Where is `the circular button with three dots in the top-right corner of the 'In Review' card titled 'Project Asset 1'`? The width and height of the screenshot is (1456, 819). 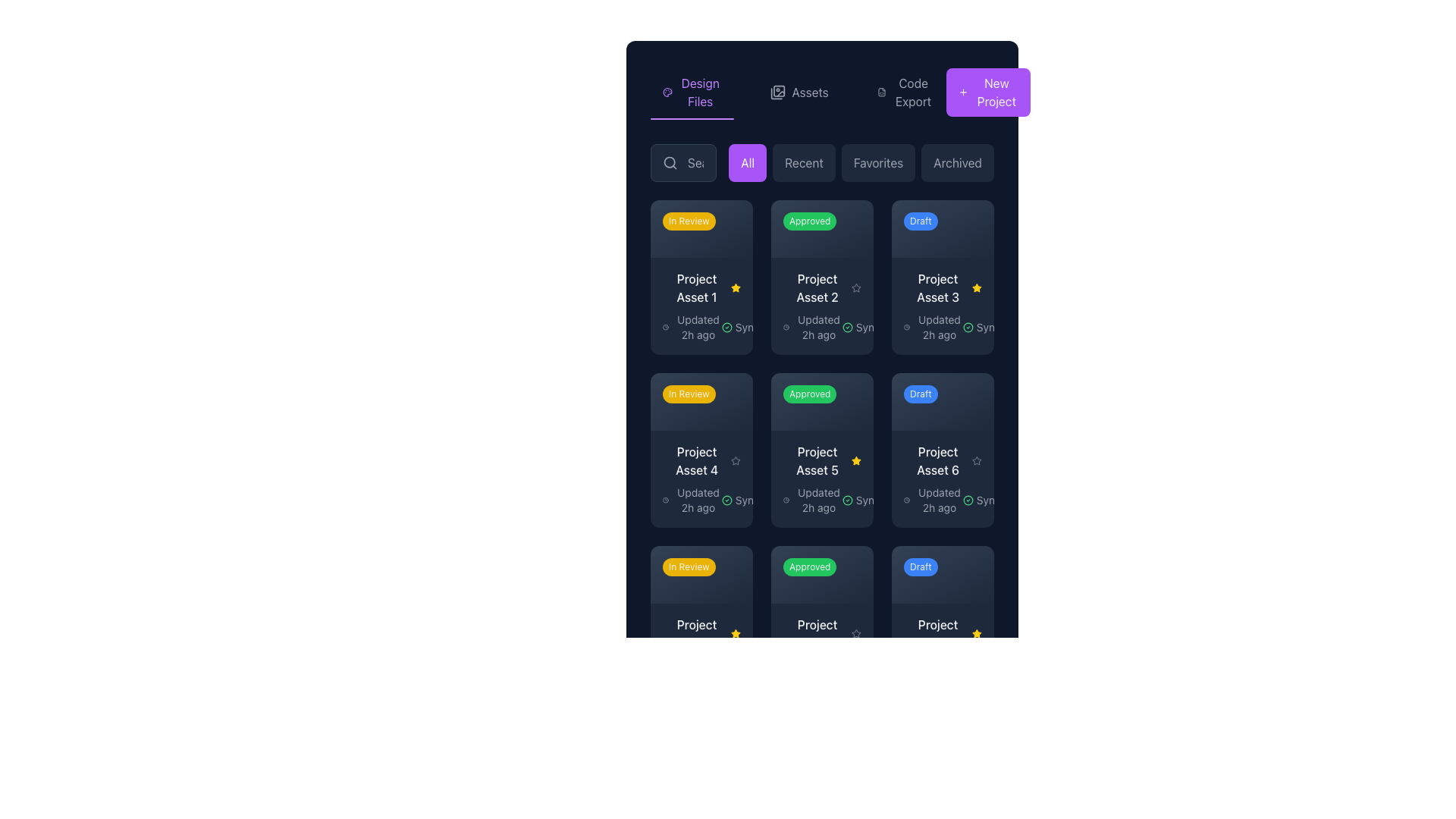 the circular button with three dots in the top-right corner of the 'In Review' card titled 'Project Asset 1' is located at coordinates (728, 224).